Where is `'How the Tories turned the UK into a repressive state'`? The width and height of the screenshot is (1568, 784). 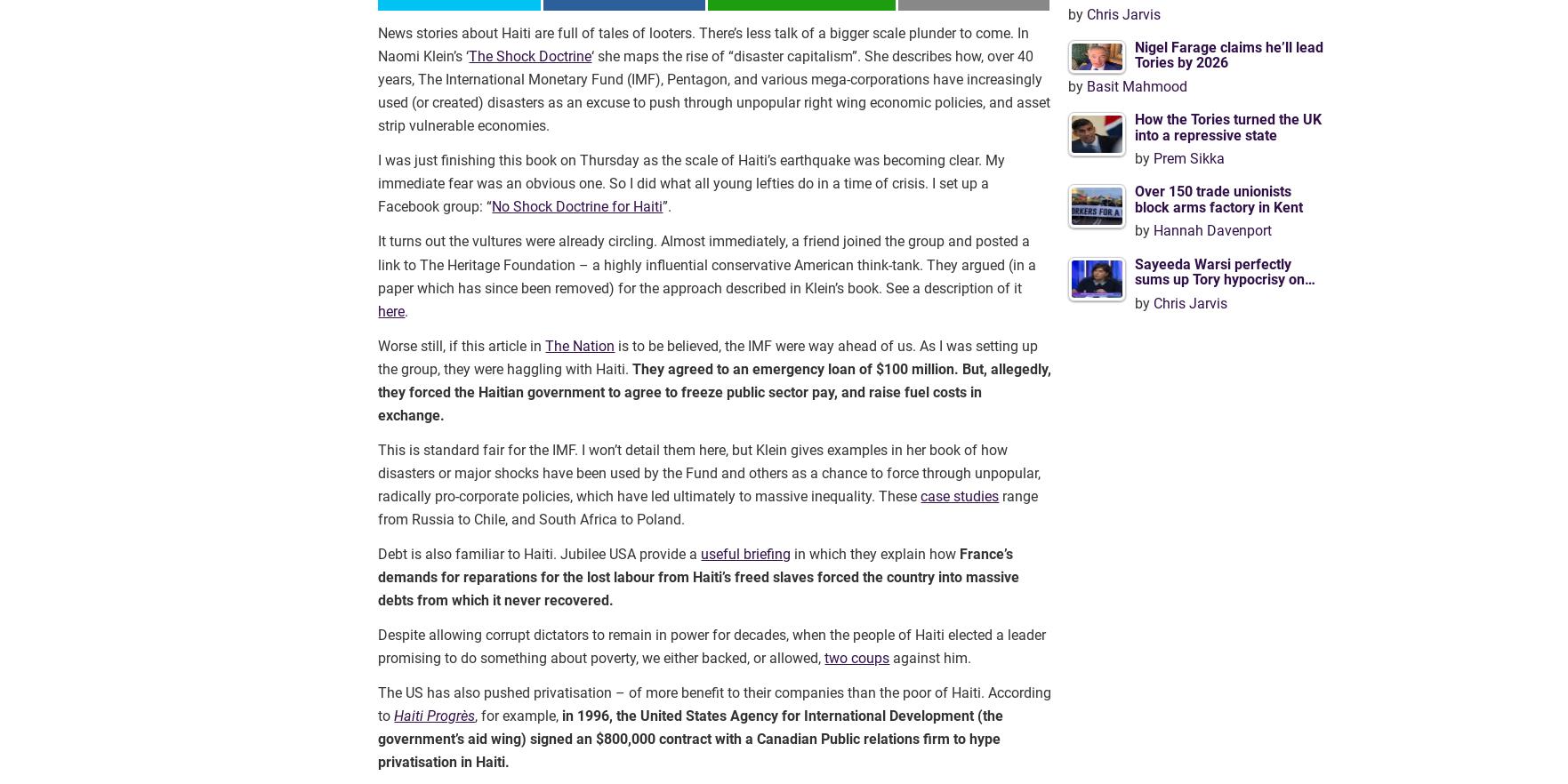 'How the Tories turned the UK into a repressive state' is located at coordinates (1226, 126).